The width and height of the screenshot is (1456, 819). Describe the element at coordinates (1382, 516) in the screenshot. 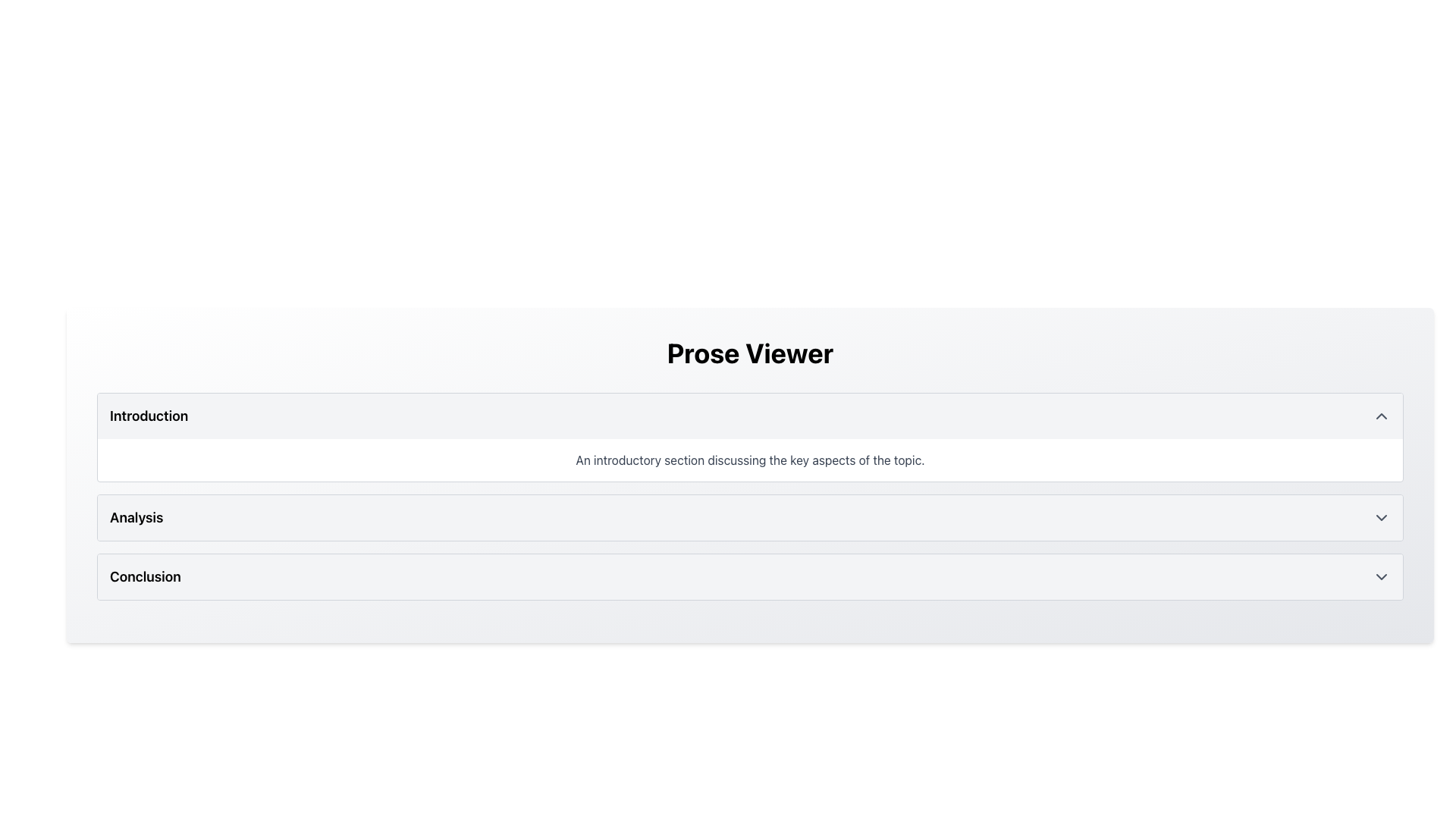

I see `the collapsible toggle icon for the 'Analysis' section located at the rightmost side of the header` at that location.